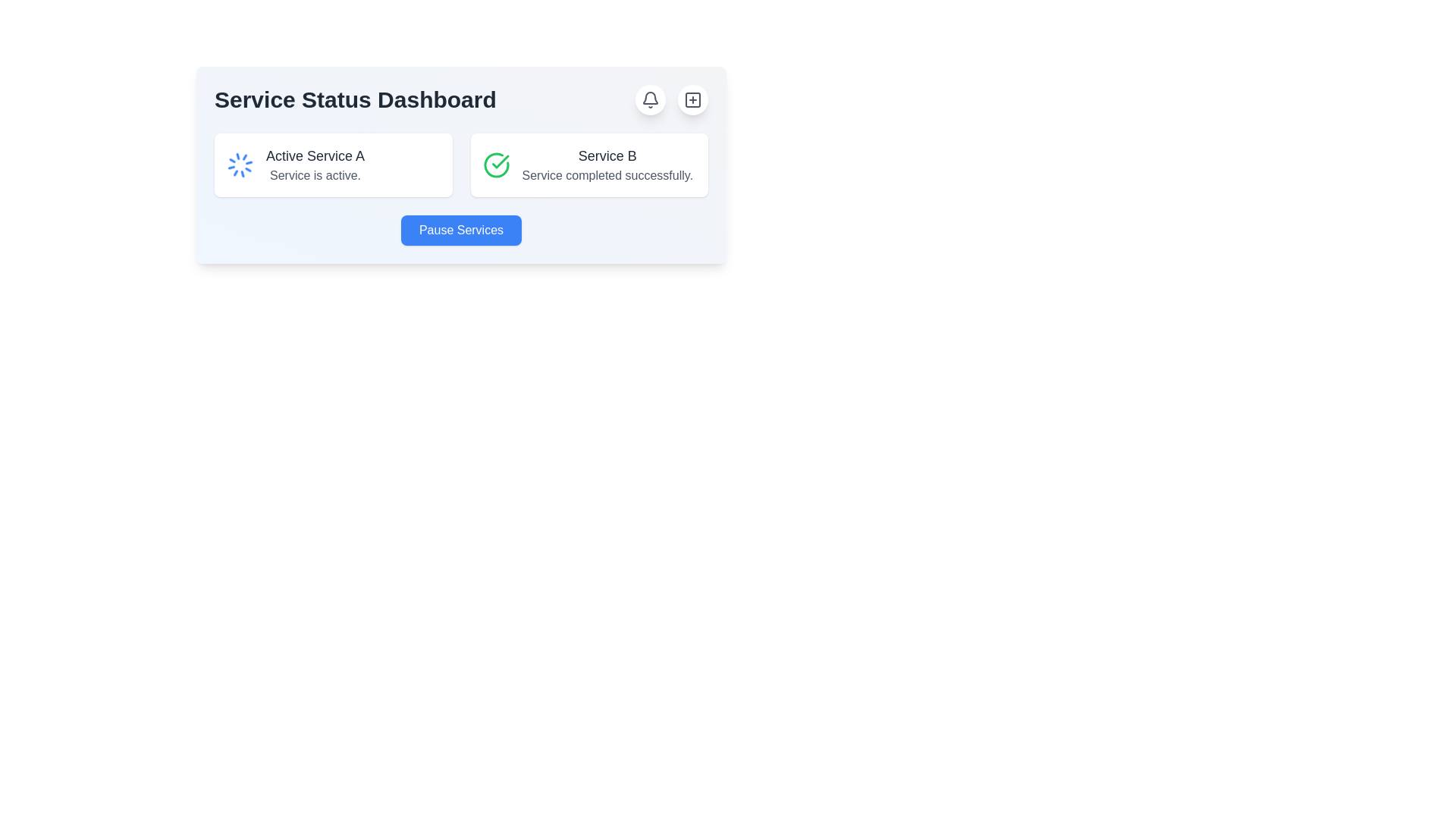 The image size is (1456, 819). Describe the element at coordinates (239, 165) in the screenshot. I see `the Loader Icon, which is a spinning circle with colored segments located prominently in the left card under 'Active Service A' in the 'Service Status Dashboard' section` at that location.